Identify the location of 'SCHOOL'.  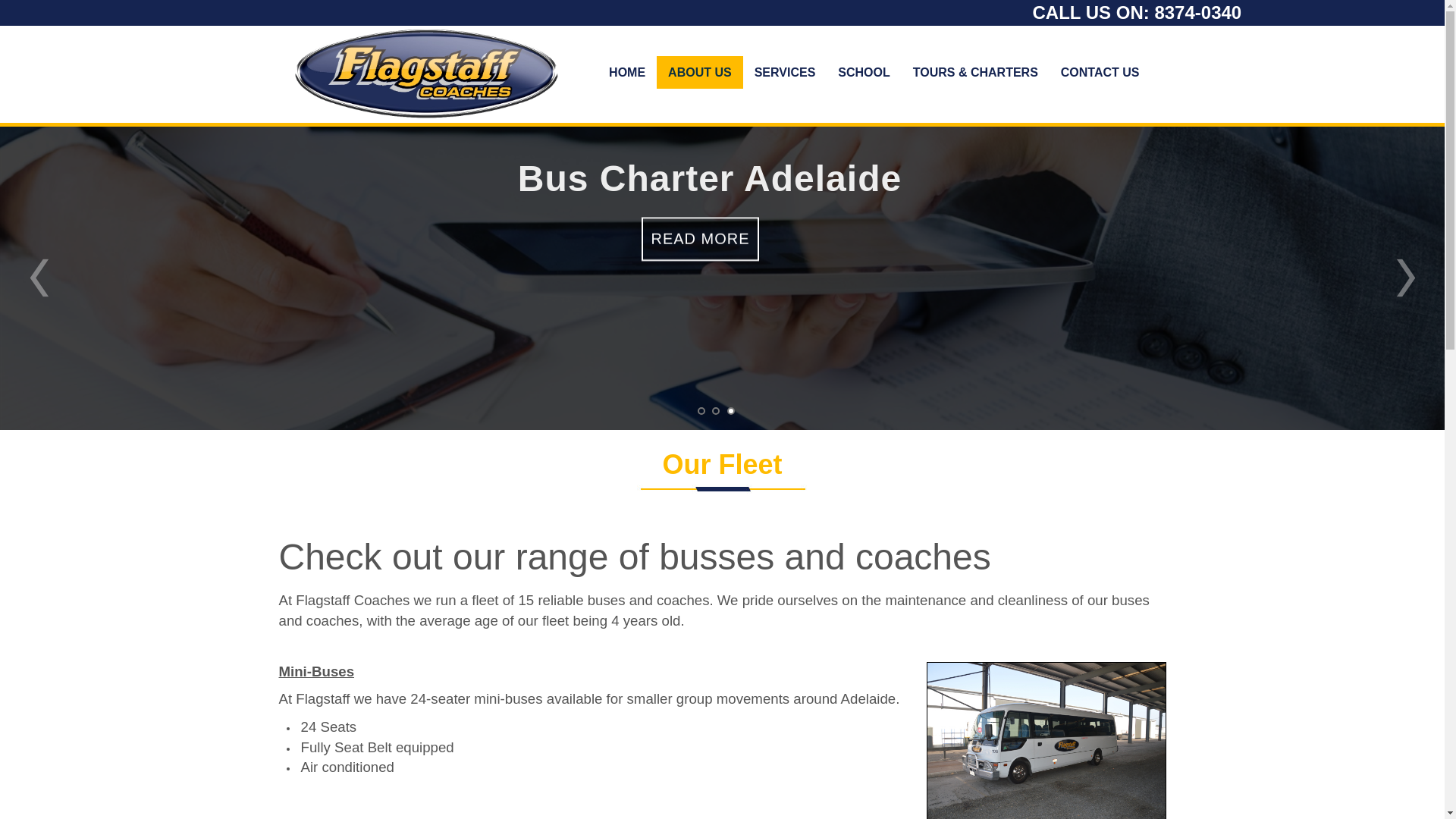
(863, 72).